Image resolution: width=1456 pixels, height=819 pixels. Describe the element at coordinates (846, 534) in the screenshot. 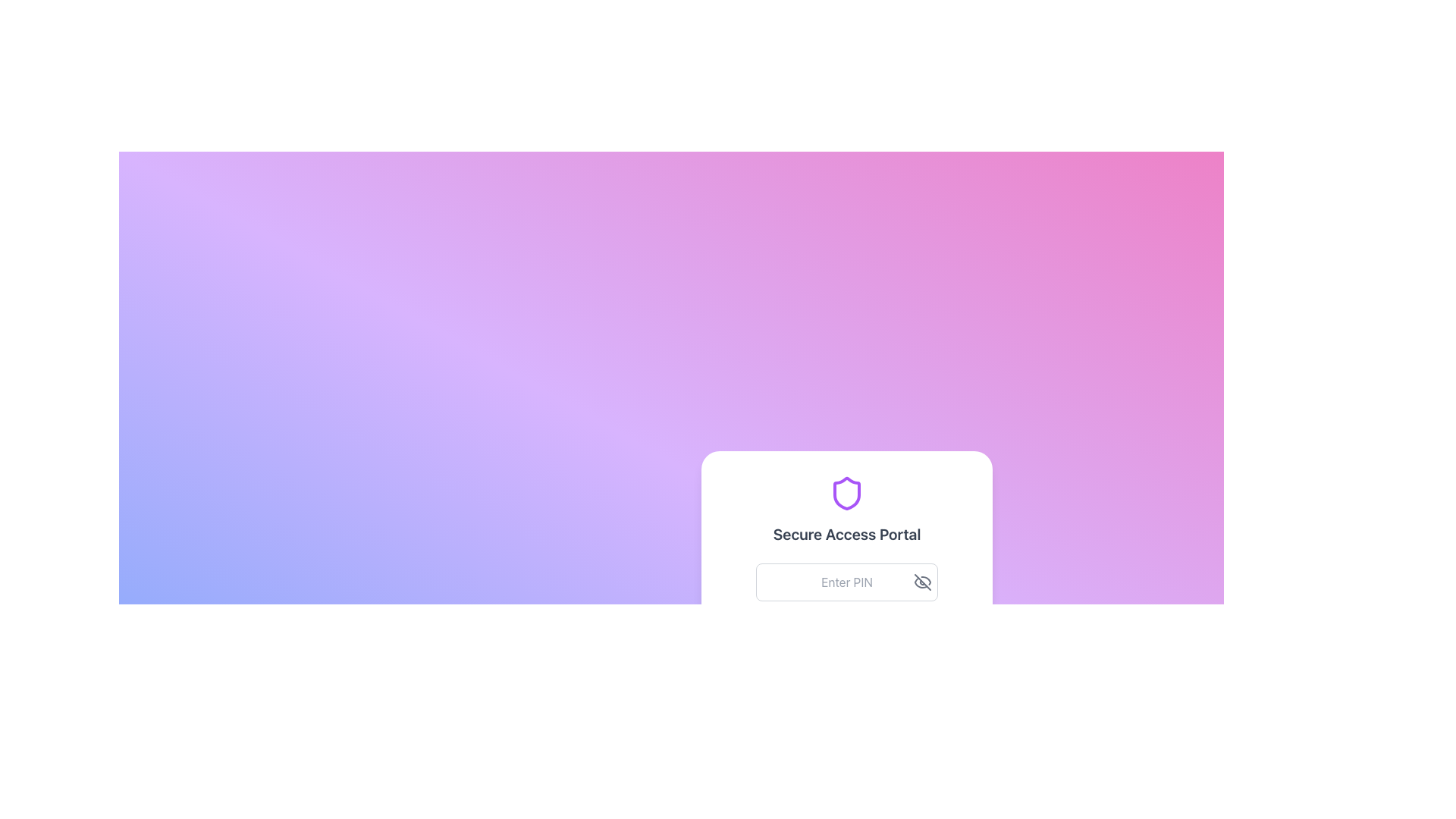

I see `text label that reads 'Secure Access Portal', which is styled in a large, bold gray font and positioned below a shield icon` at that location.